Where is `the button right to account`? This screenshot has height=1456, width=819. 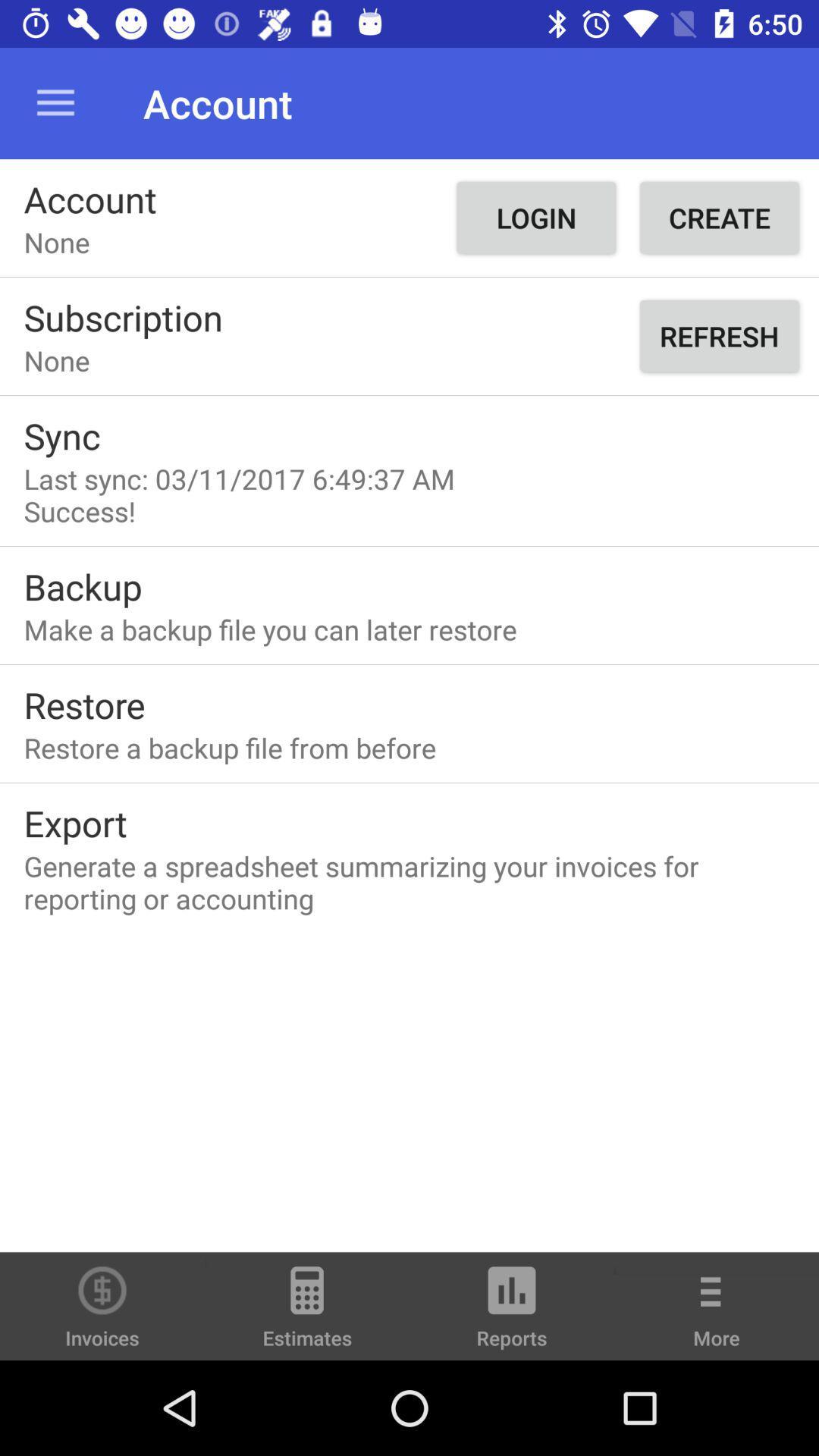 the button right to account is located at coordinates (535, 217).